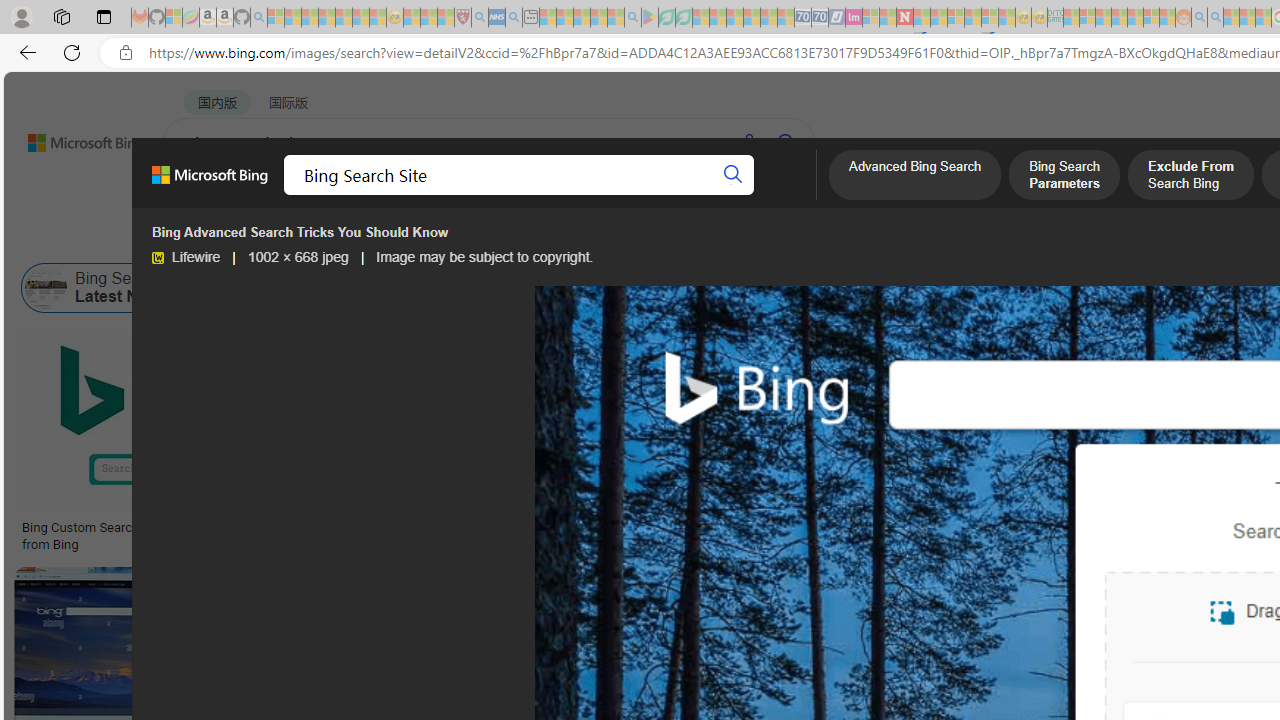  Describe the element at coordinates (185, 256) in the screenshot. I see `'Lifewire Lifewire'` at that location.